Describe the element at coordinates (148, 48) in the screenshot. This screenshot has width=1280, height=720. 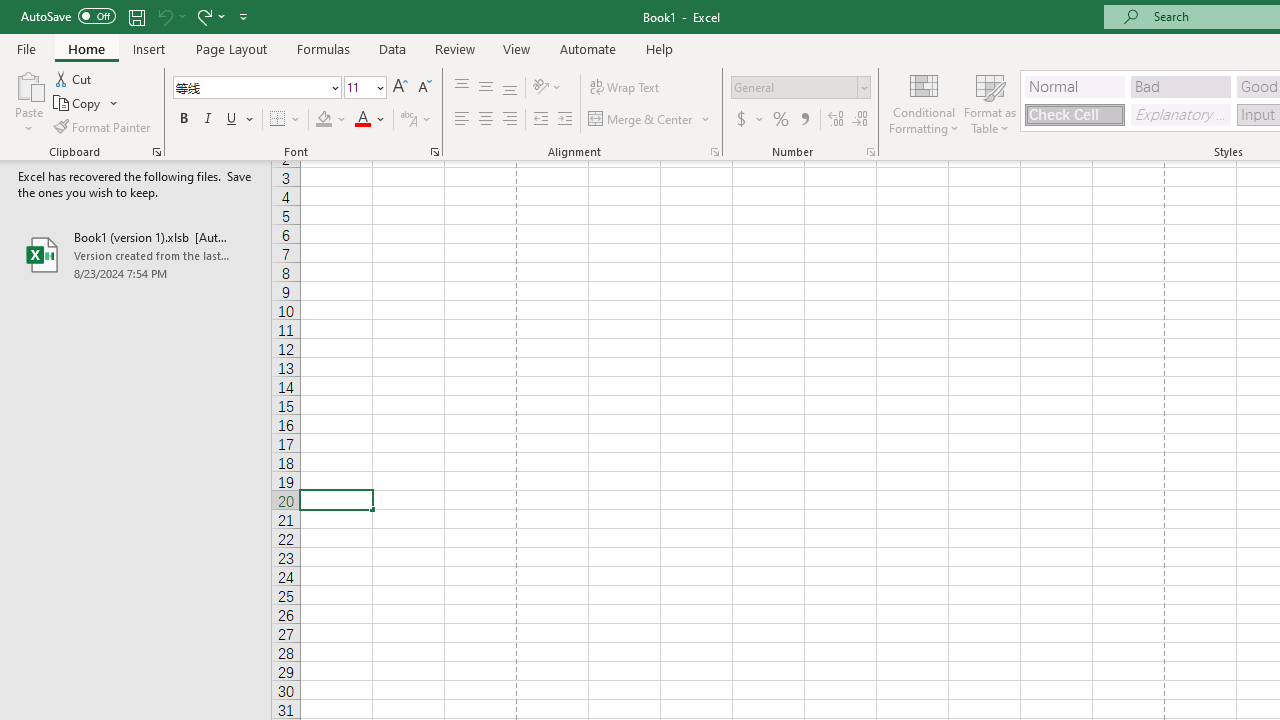
I see `'Insert'` at that location.